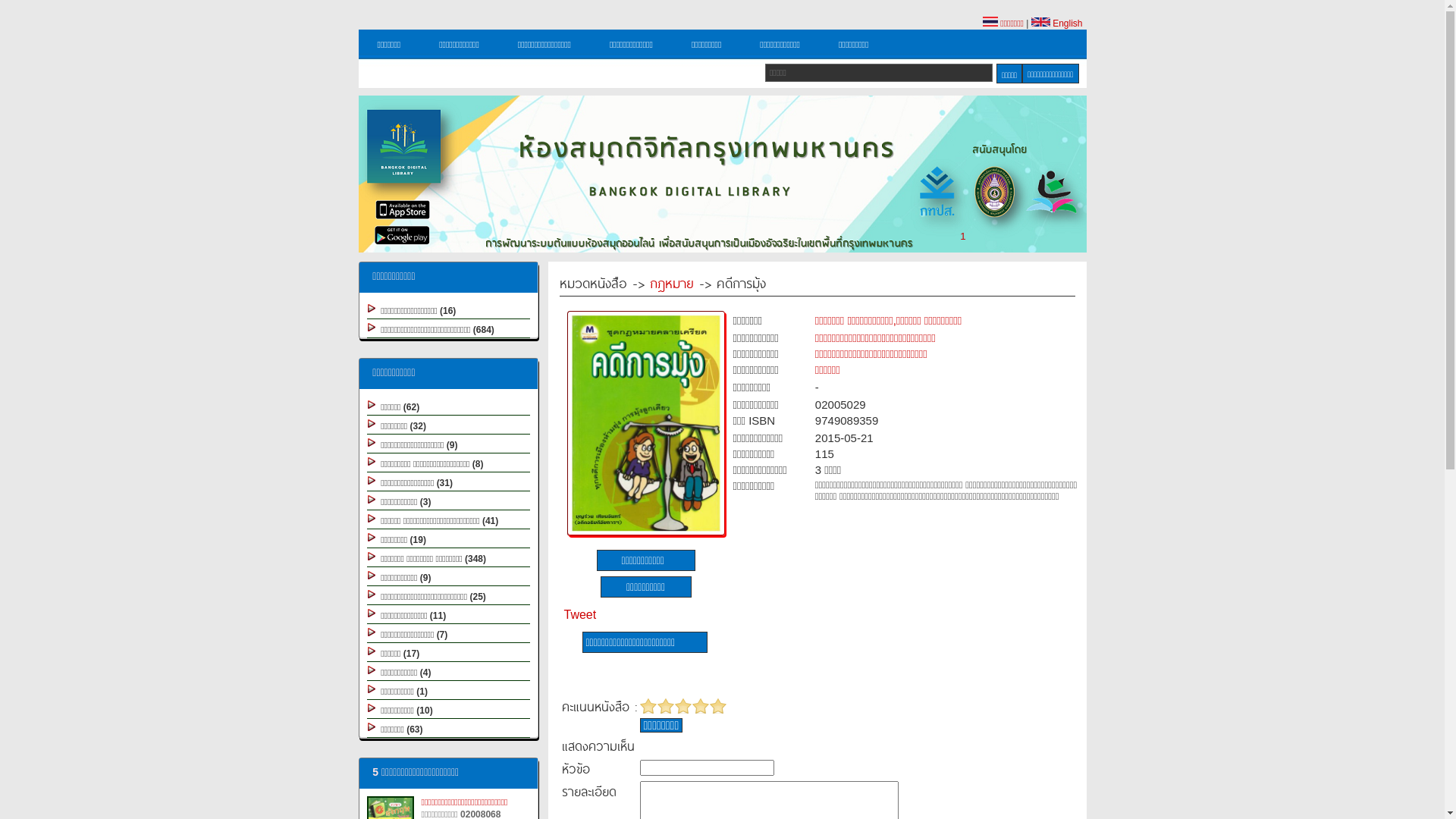  Describe the element at coordinates (878, 73) in the screenshot. I see `'keyword'` at that location.